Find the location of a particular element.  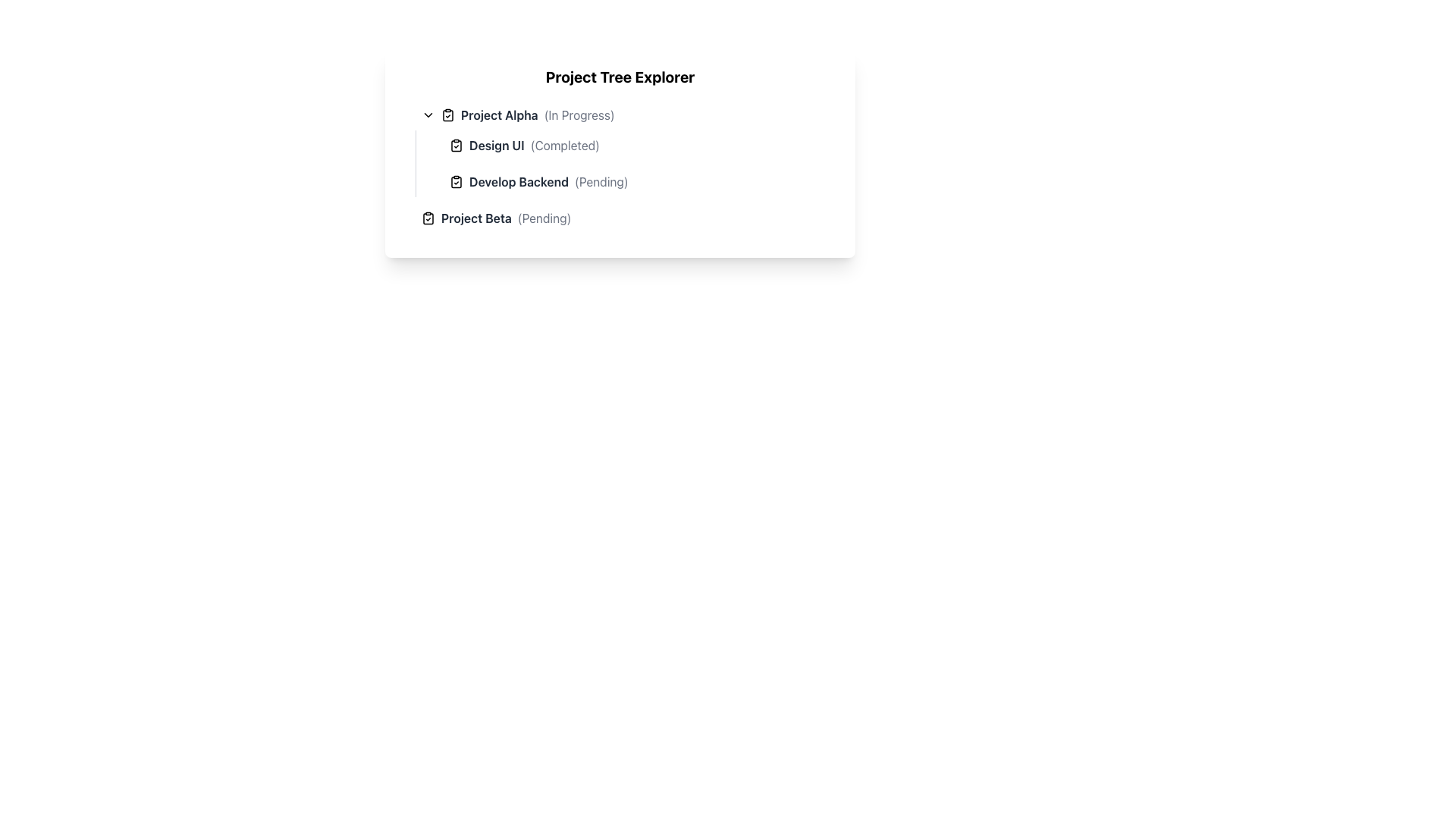

the bold, large black text label reading 'Project Tree Explorer', which is located at the top-center of the project hierarchy section is located at coordinates (620, 77).